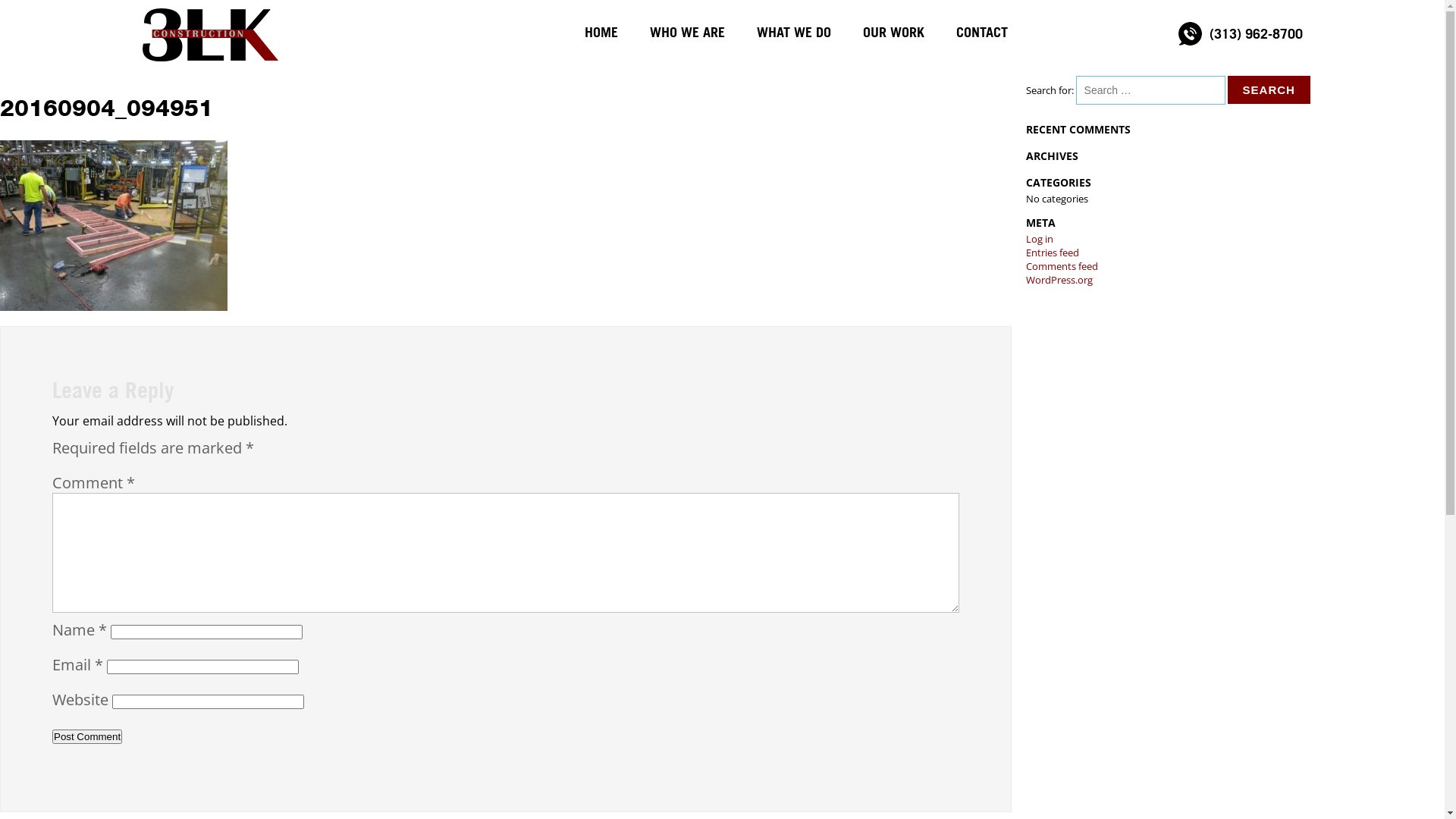  What do you see at coordinates (1227, 89) in the screenshot?
I see `'SEARCH'` at bounding box center [1227, 89].